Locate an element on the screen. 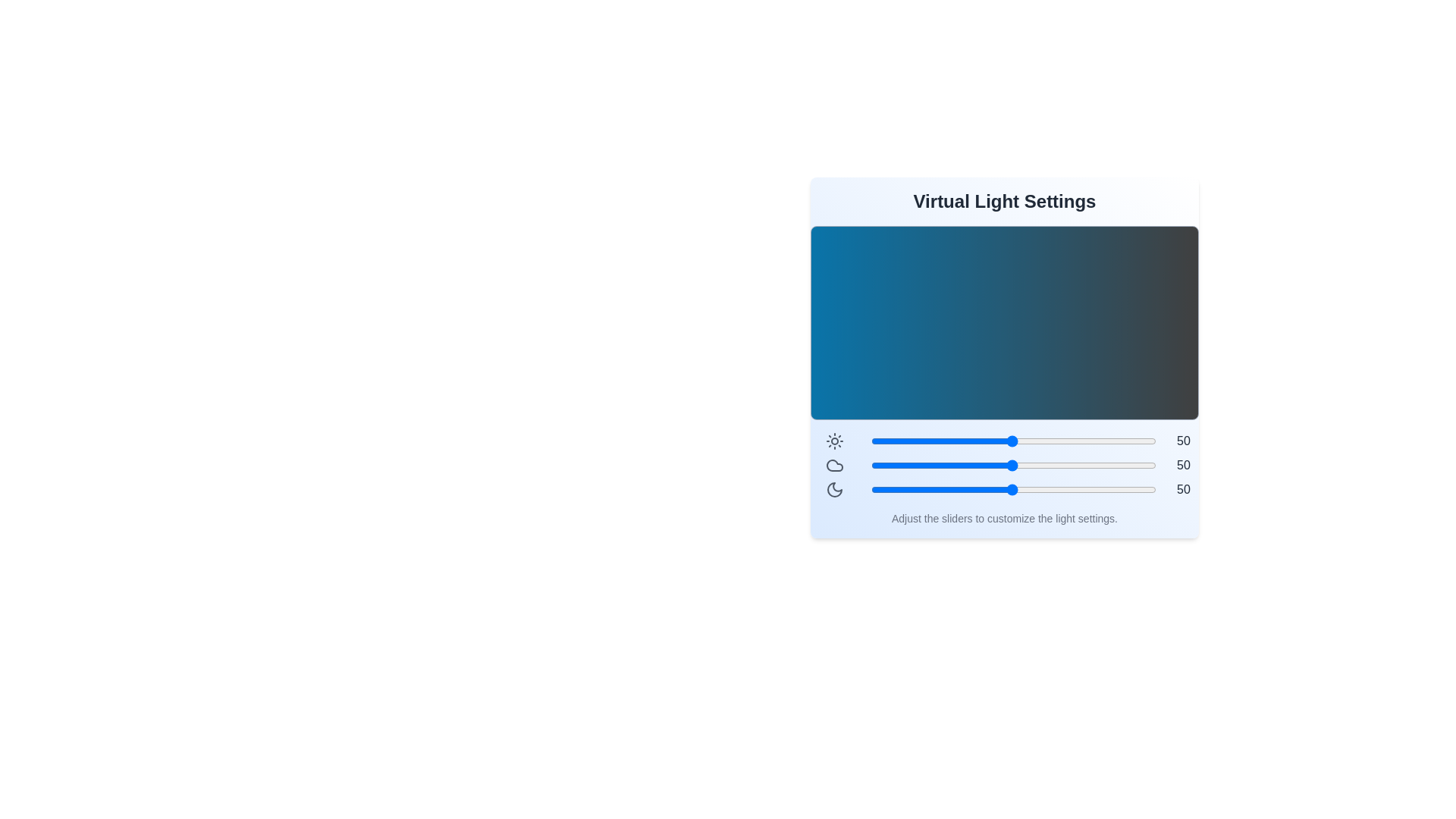  the brightness slider to 74 level is located at coordinates (1081, 441).